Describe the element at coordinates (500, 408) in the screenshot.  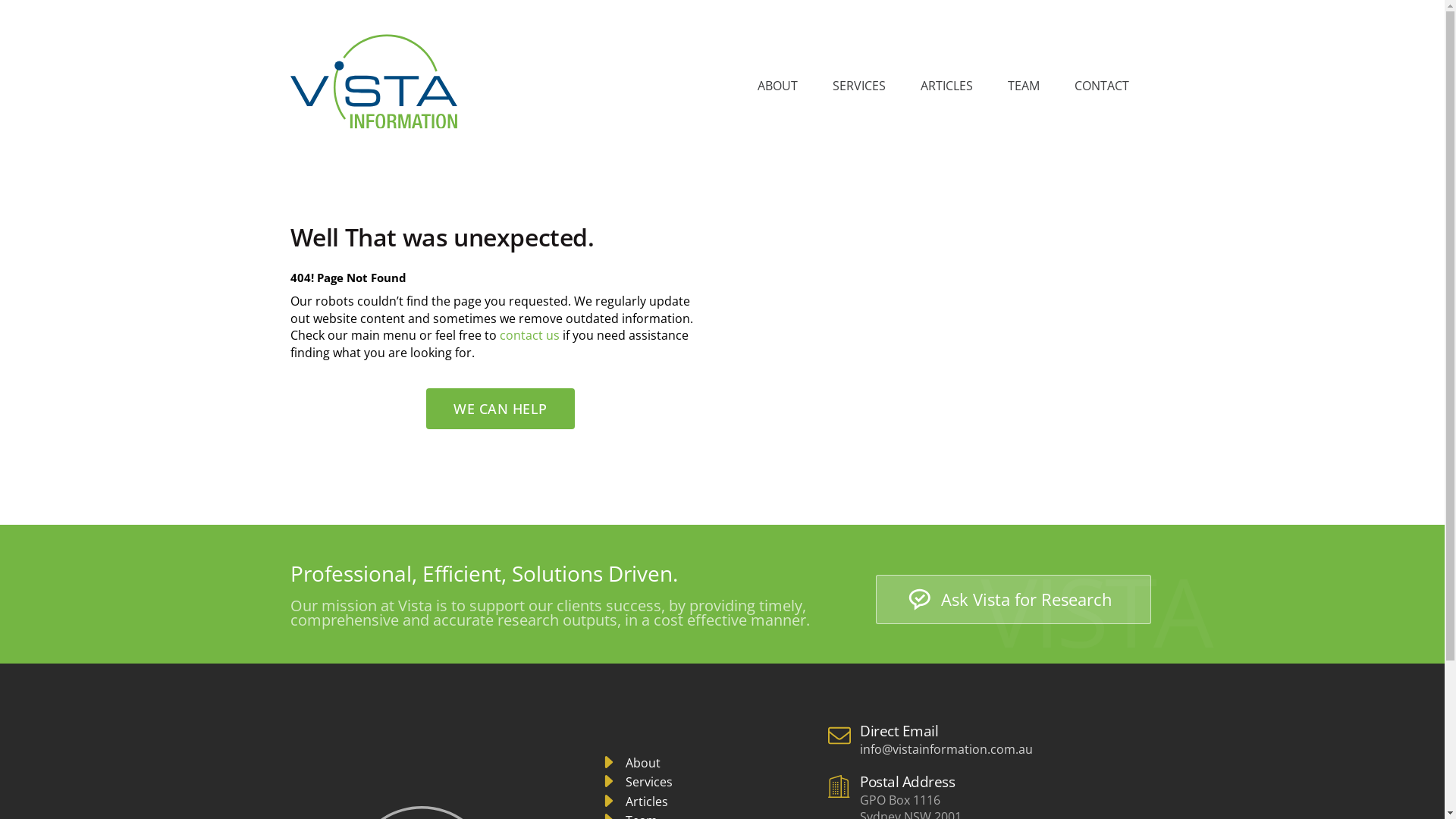
I see `'WE CAN HELP'` at that location.